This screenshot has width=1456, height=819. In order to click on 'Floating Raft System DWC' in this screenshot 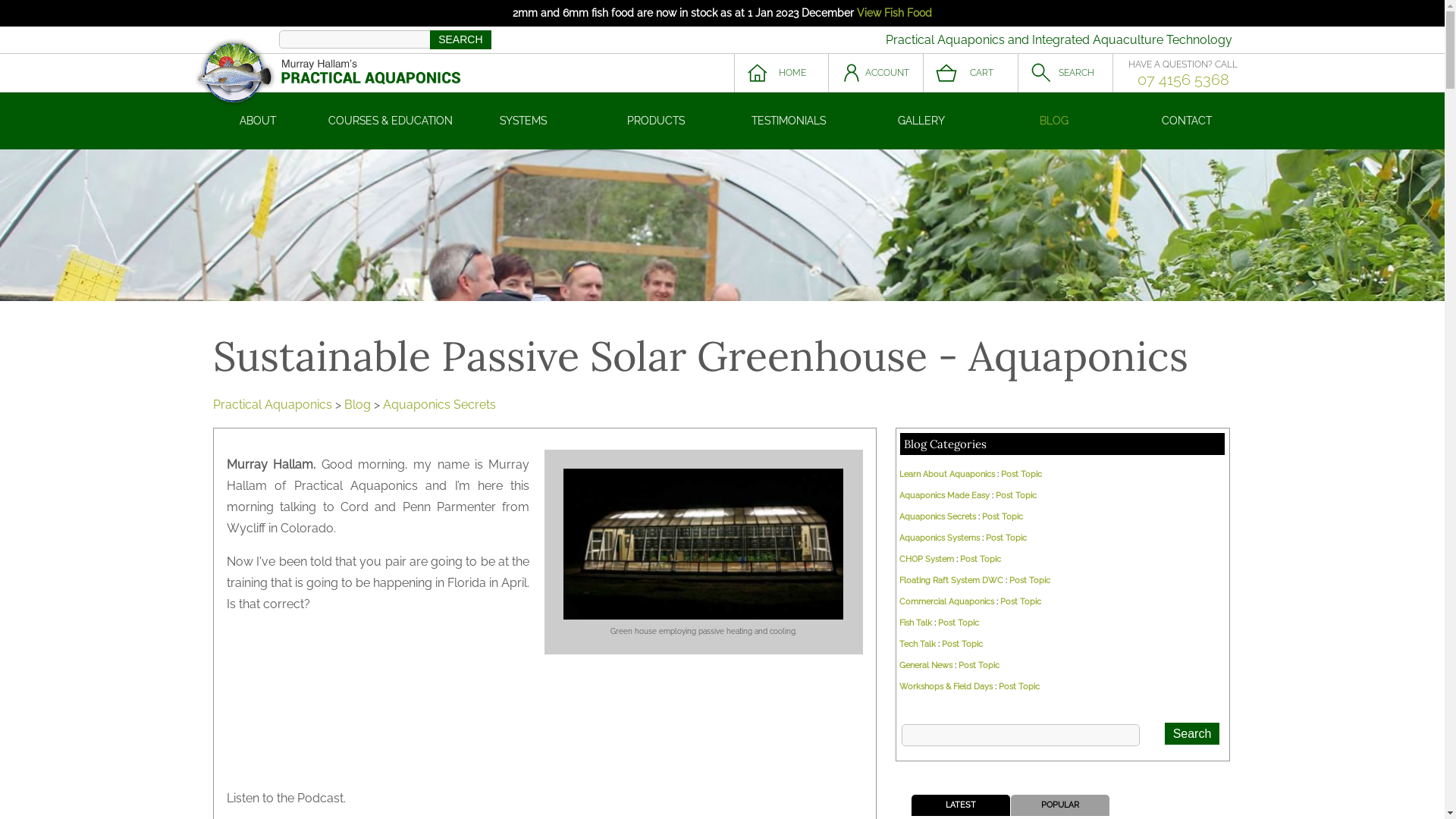, I will do `click(950, 580)`.